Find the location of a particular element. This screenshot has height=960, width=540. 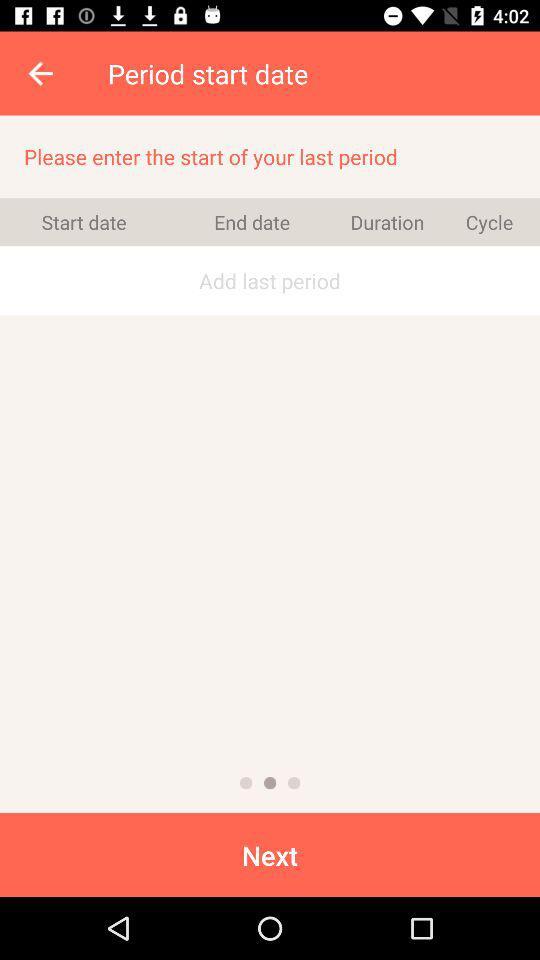

the next is located at coordinates (270, 853).